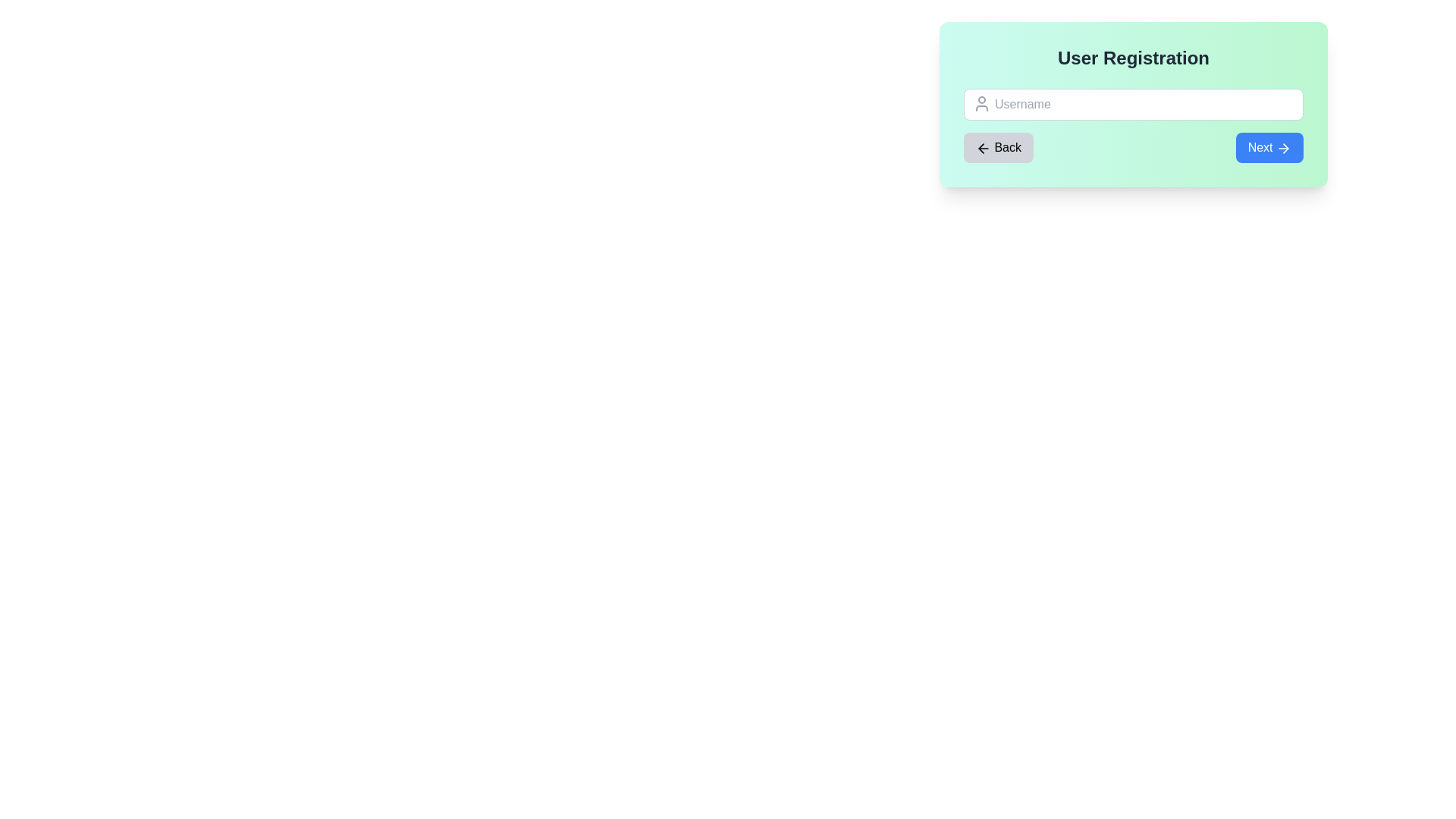  What do you see at coordinates (983, 148) in the screenshot?
I see `the 'Back' button icon` at bounding box center [983, 148].